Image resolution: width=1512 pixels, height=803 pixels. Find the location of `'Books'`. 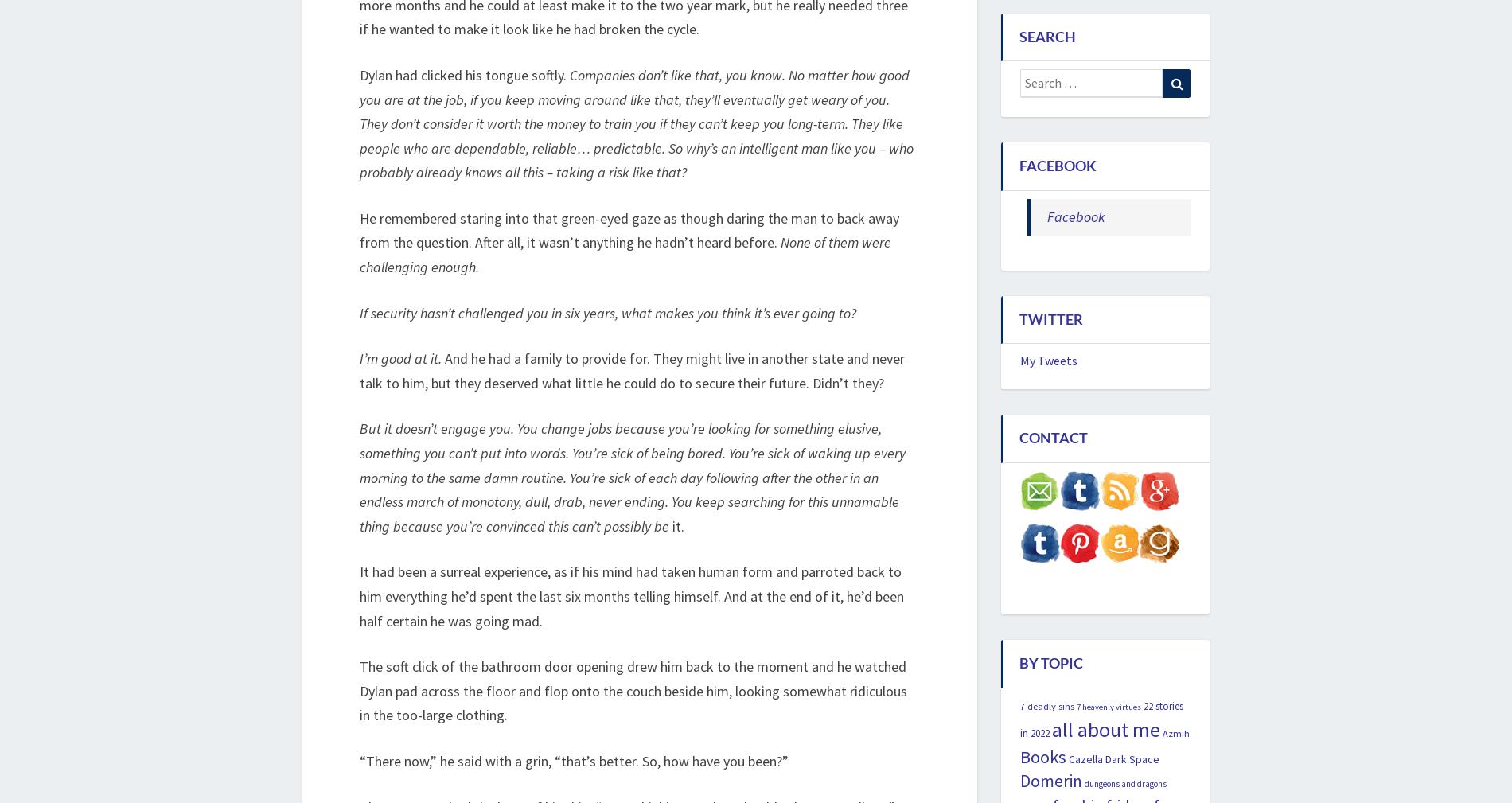

'Books' is located at coordinates (1042, 757).